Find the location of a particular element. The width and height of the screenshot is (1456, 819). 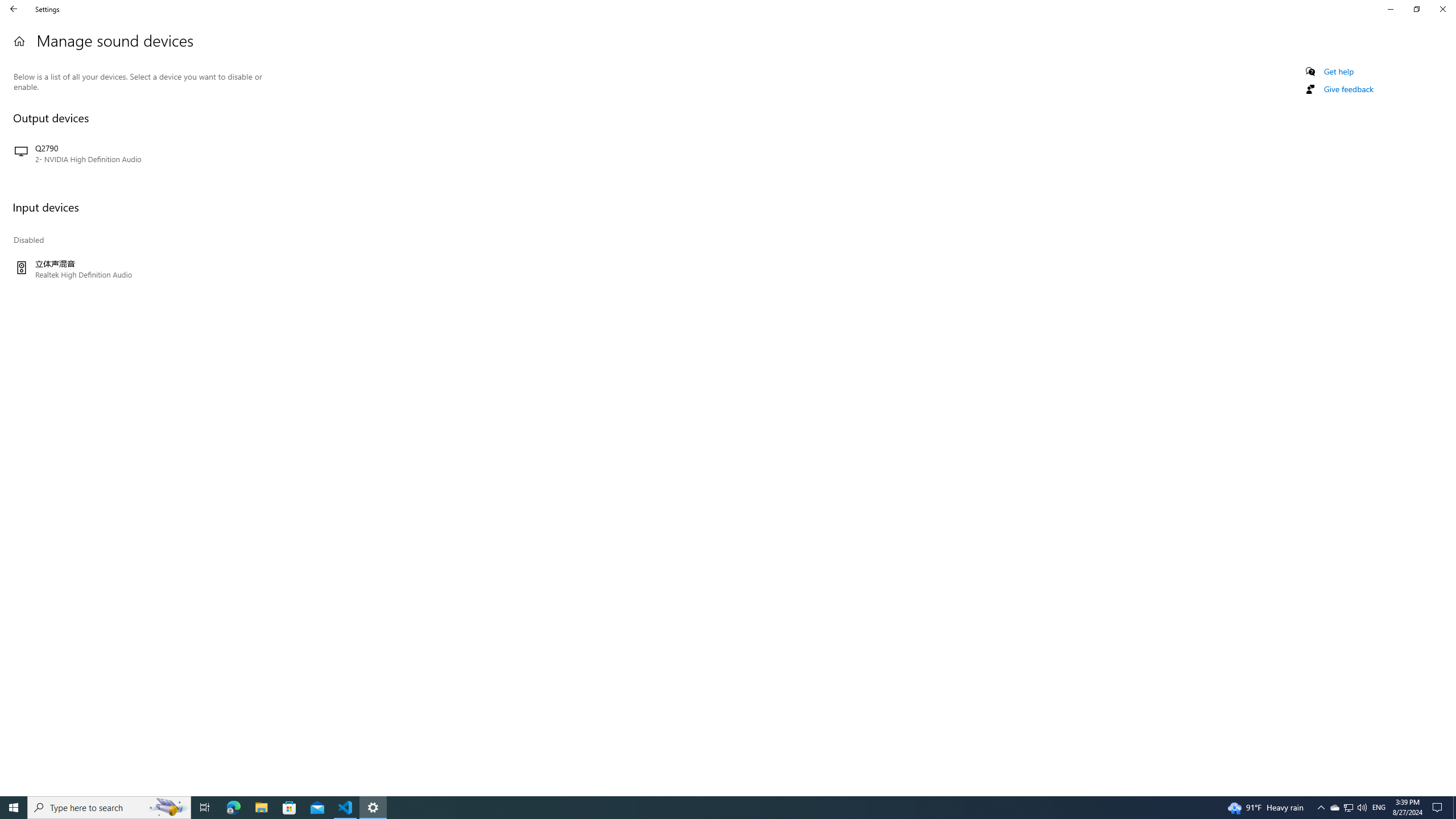

'Settings - 1 running window' is located at coordinates (373, 806).